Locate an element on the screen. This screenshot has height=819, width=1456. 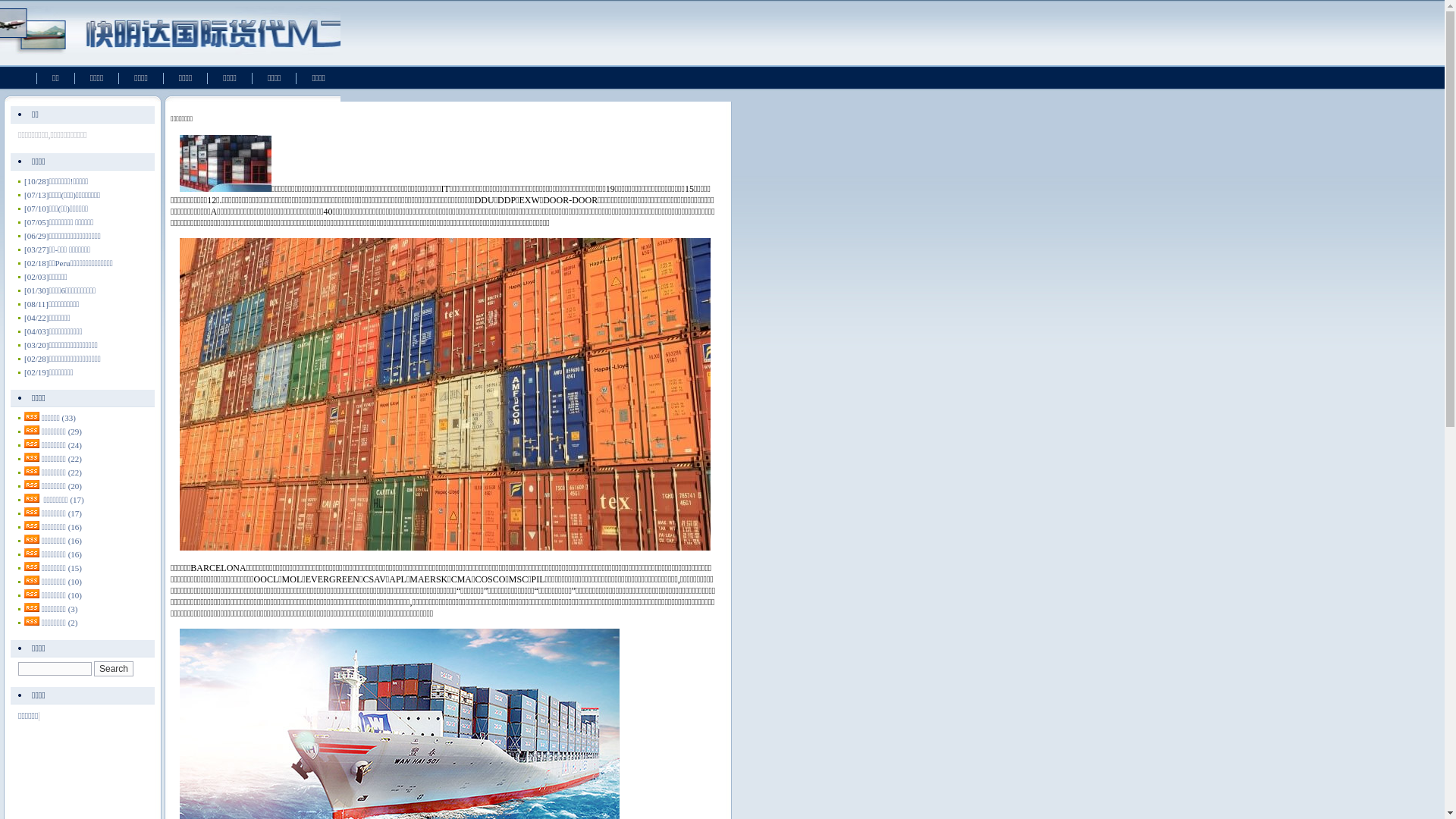
'rss' is located at coordinates (32, 470).